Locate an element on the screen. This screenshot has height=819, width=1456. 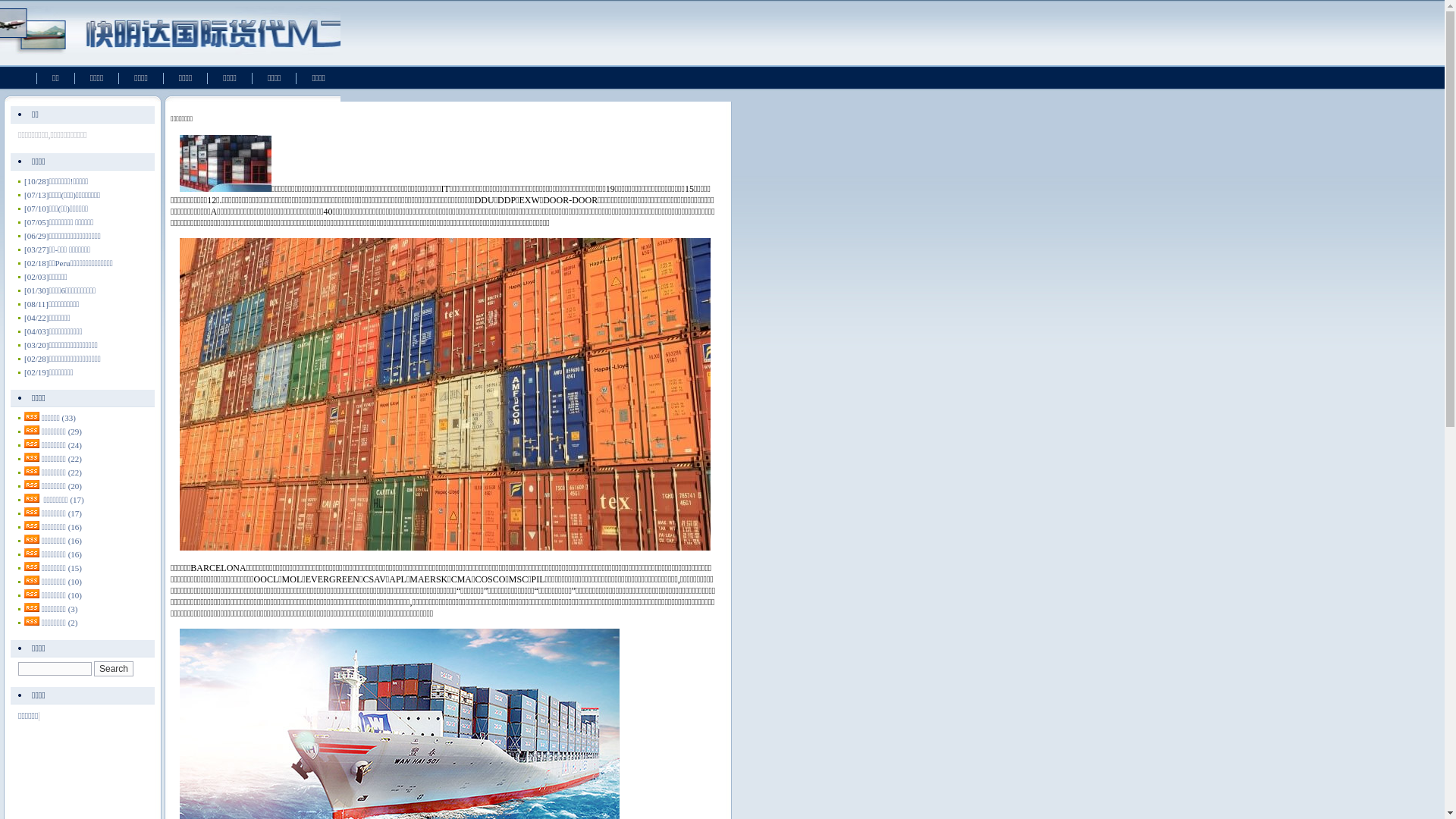
'rss' is located at coordinates (32, 470).